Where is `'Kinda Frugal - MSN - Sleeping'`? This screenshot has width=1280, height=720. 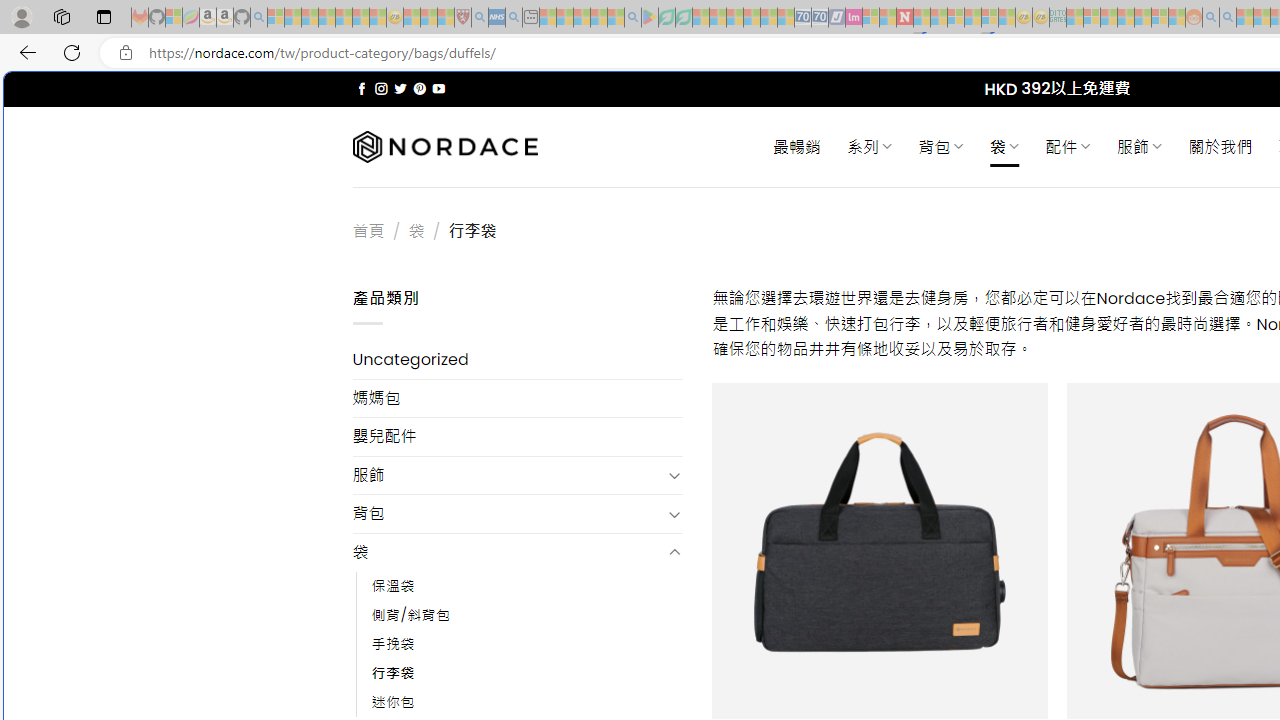
'Kinda Frugal - MSN - Sleeping' is located at coordinates (1143, 17).